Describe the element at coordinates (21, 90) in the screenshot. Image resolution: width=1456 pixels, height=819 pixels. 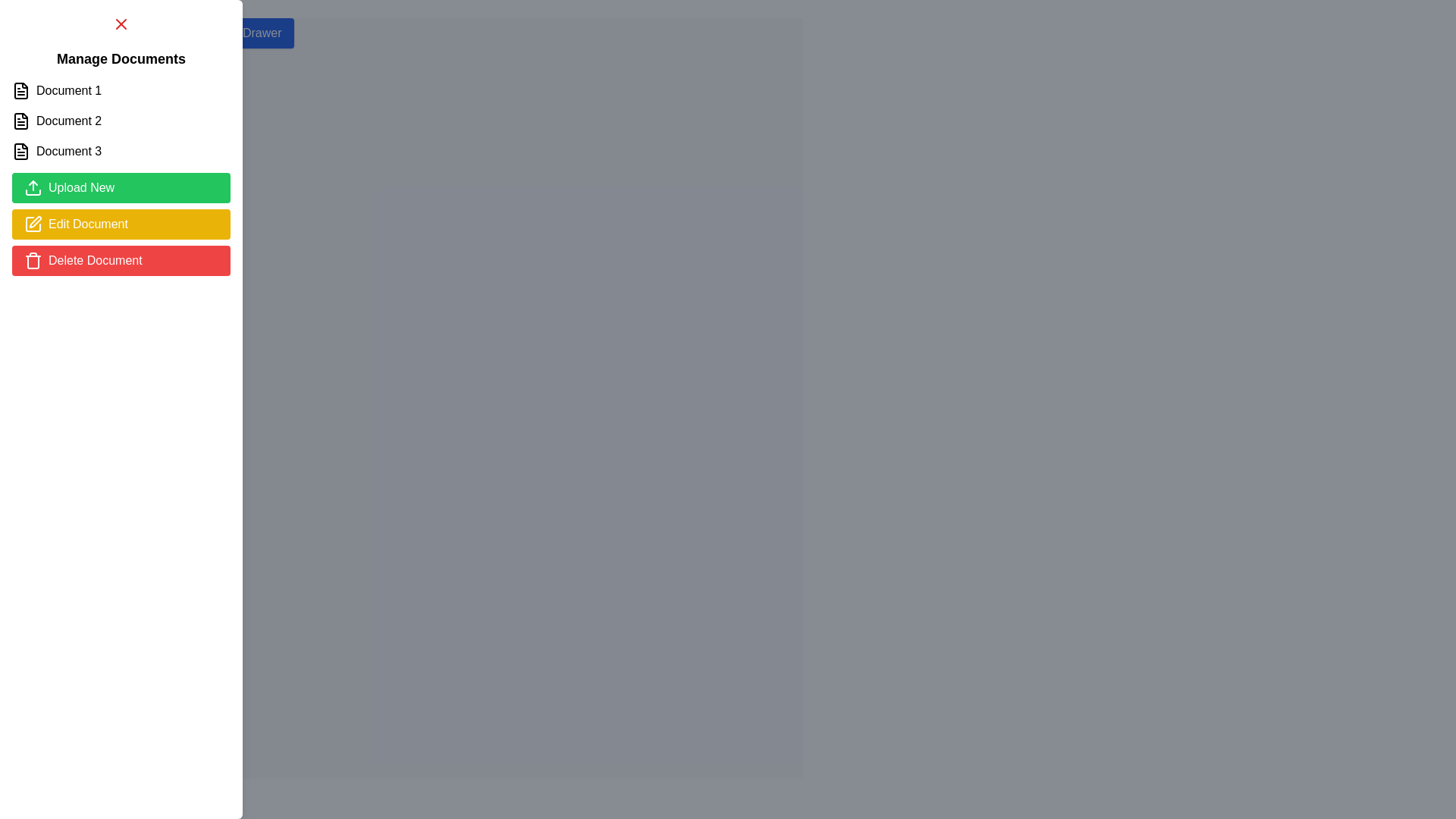
I see `the icon representing 'Document 1' located at the top-left corner of the sidebar under 'Manage Documents'` at that location.